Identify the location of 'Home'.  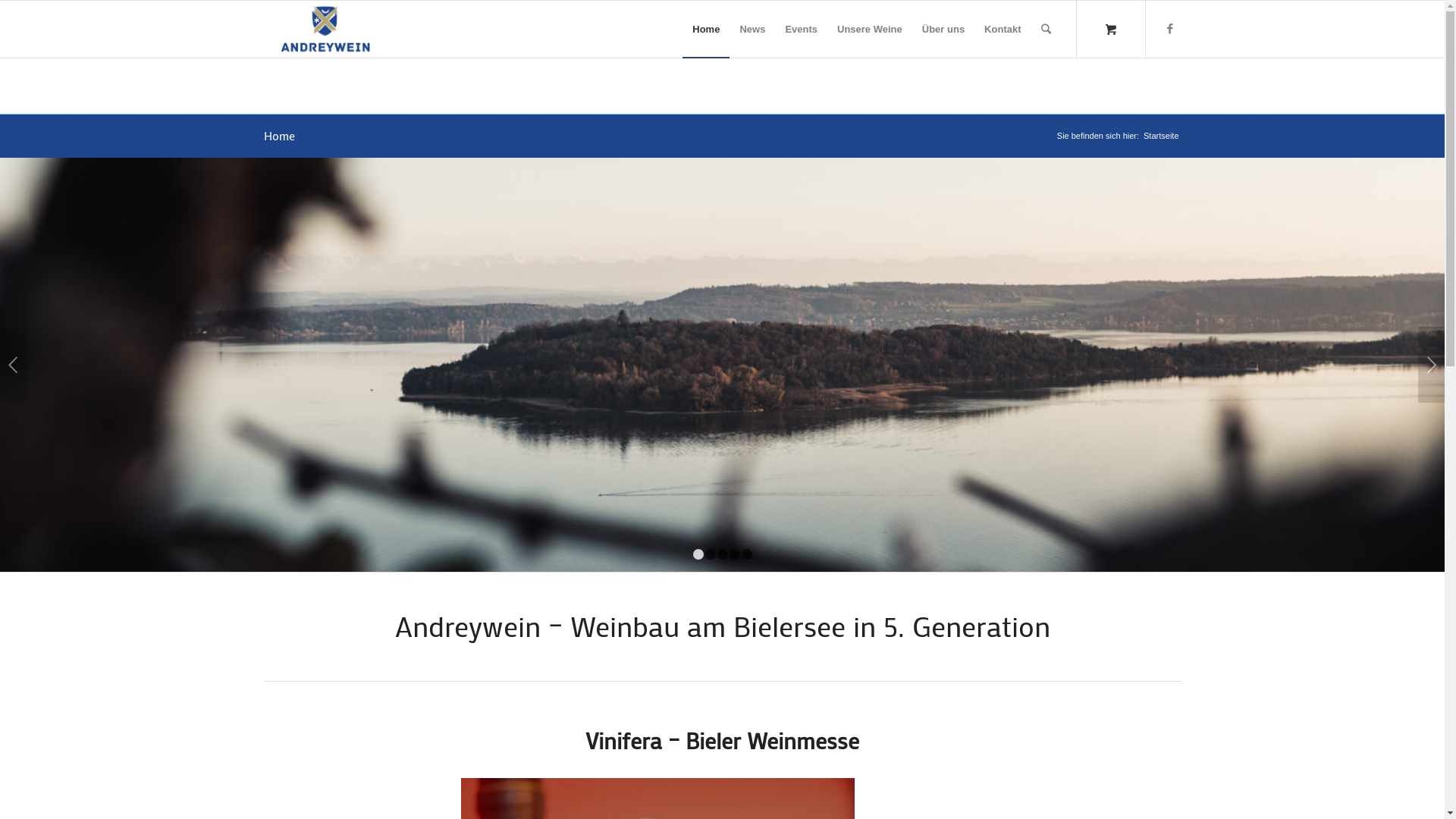
(279, 134).